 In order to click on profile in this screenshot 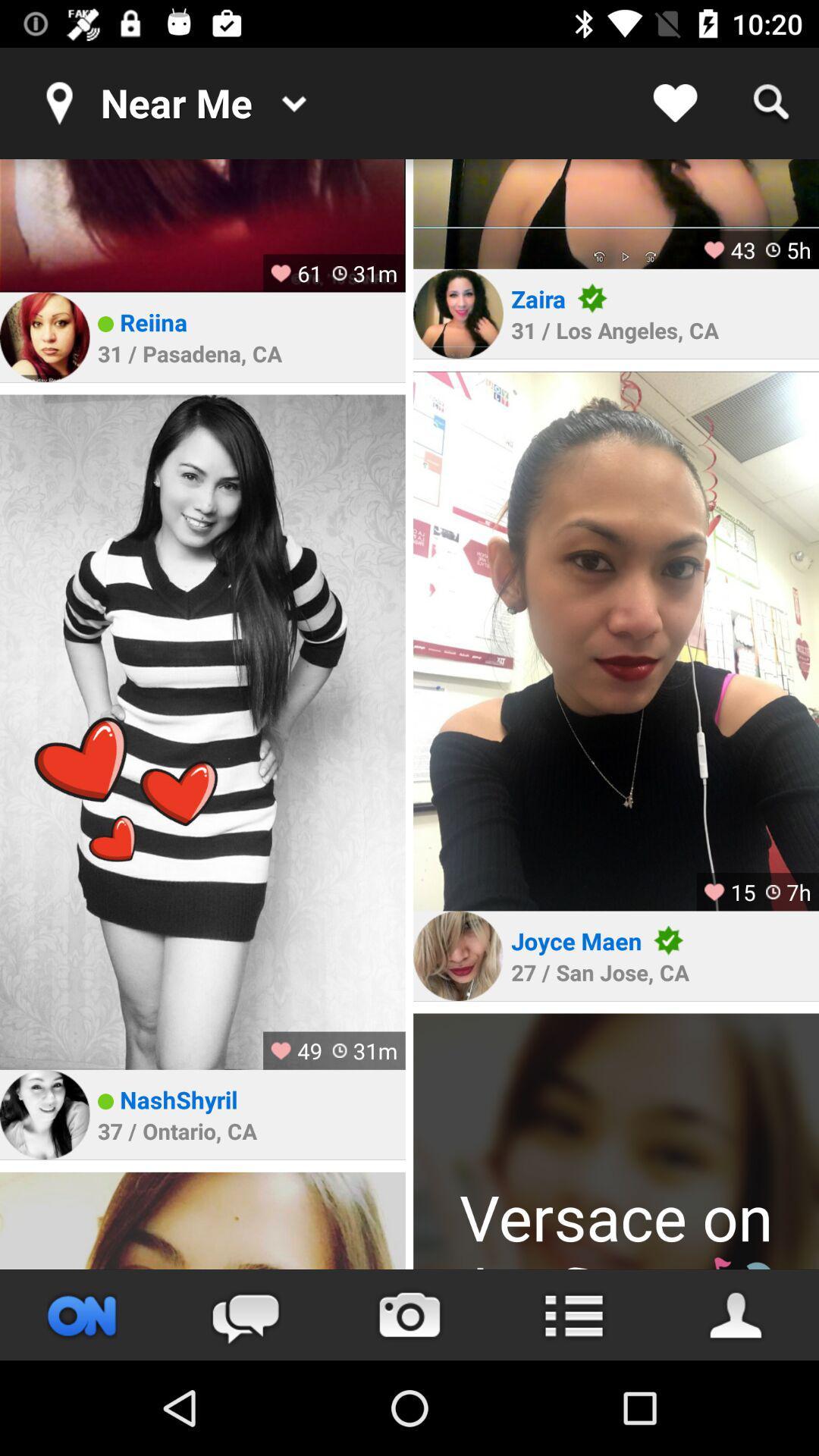, I will do `click(616, 213)`.